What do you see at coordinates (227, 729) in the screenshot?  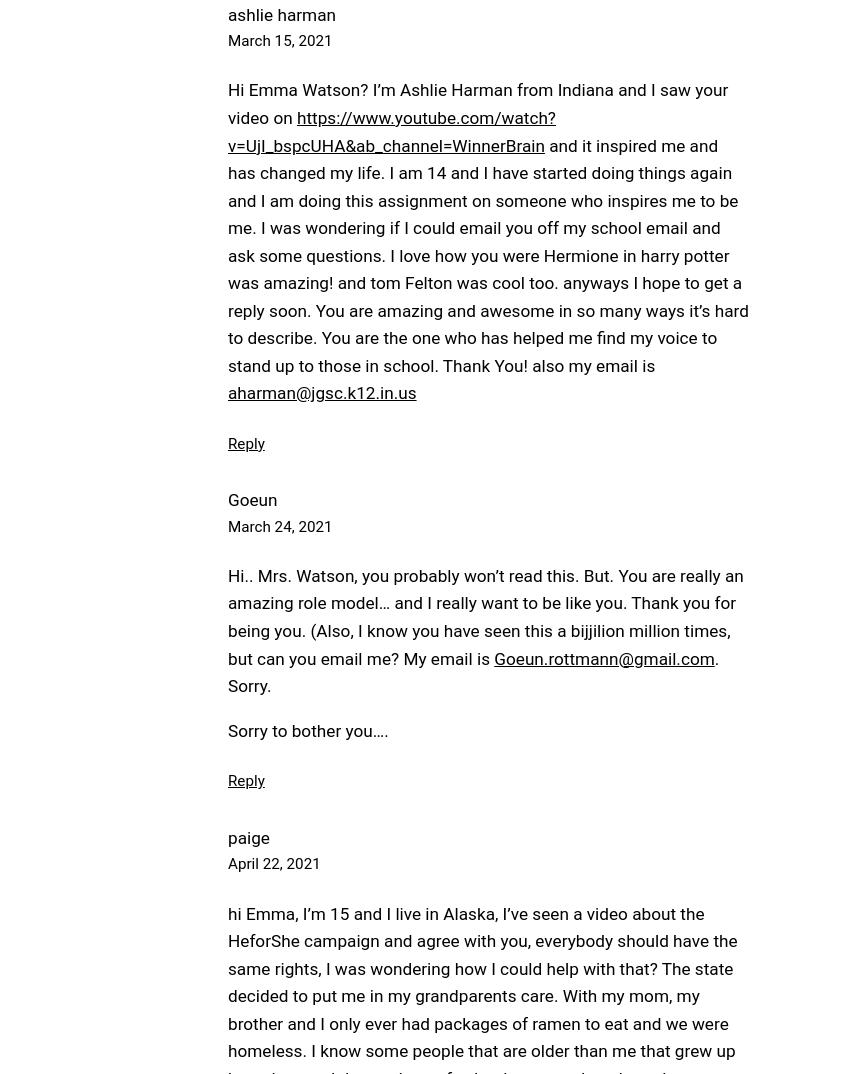 I see `'Sorry to bother you….'` at bounding box center [227, 729].